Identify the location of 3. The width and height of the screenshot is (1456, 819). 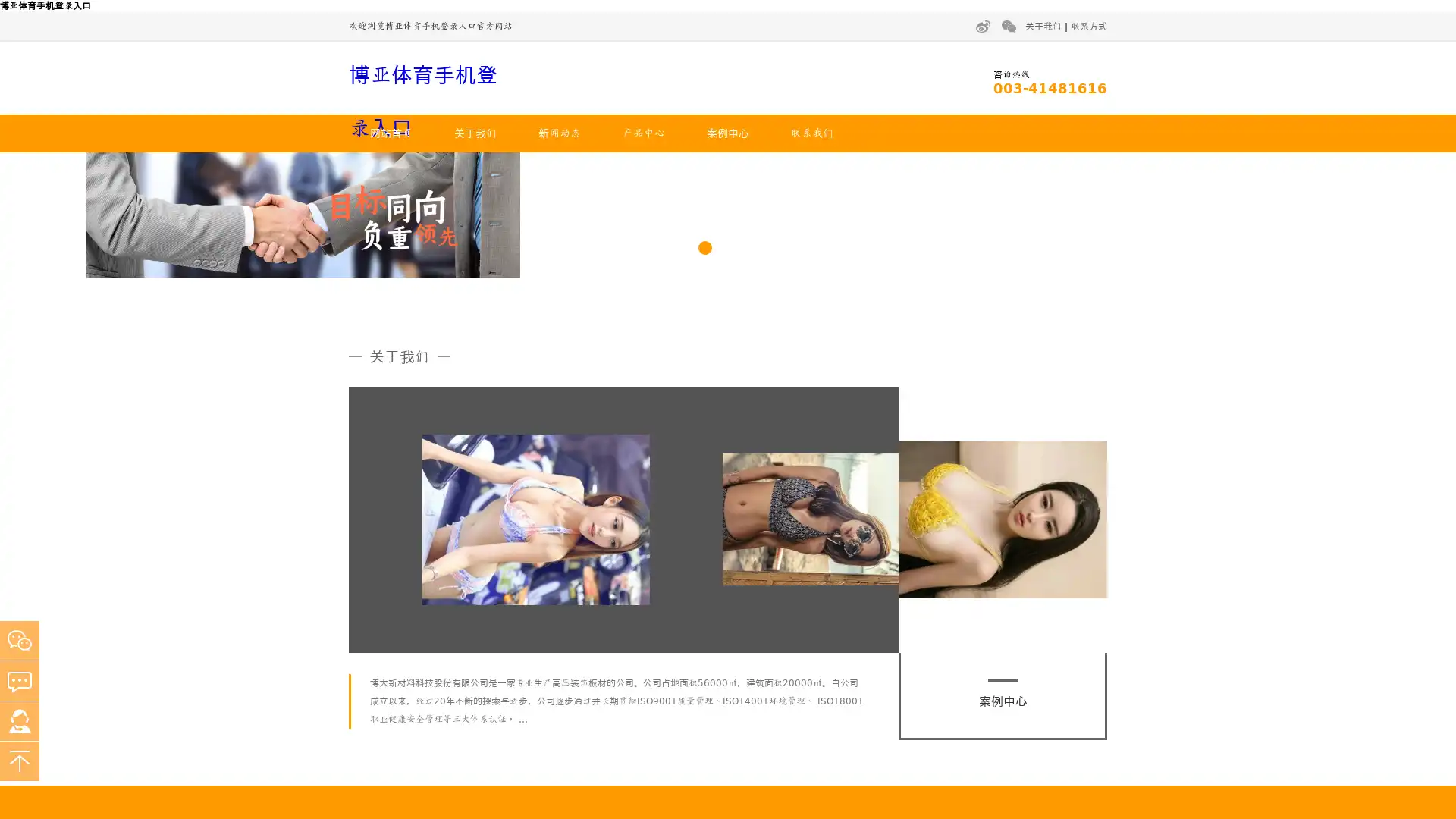
(750, 422).